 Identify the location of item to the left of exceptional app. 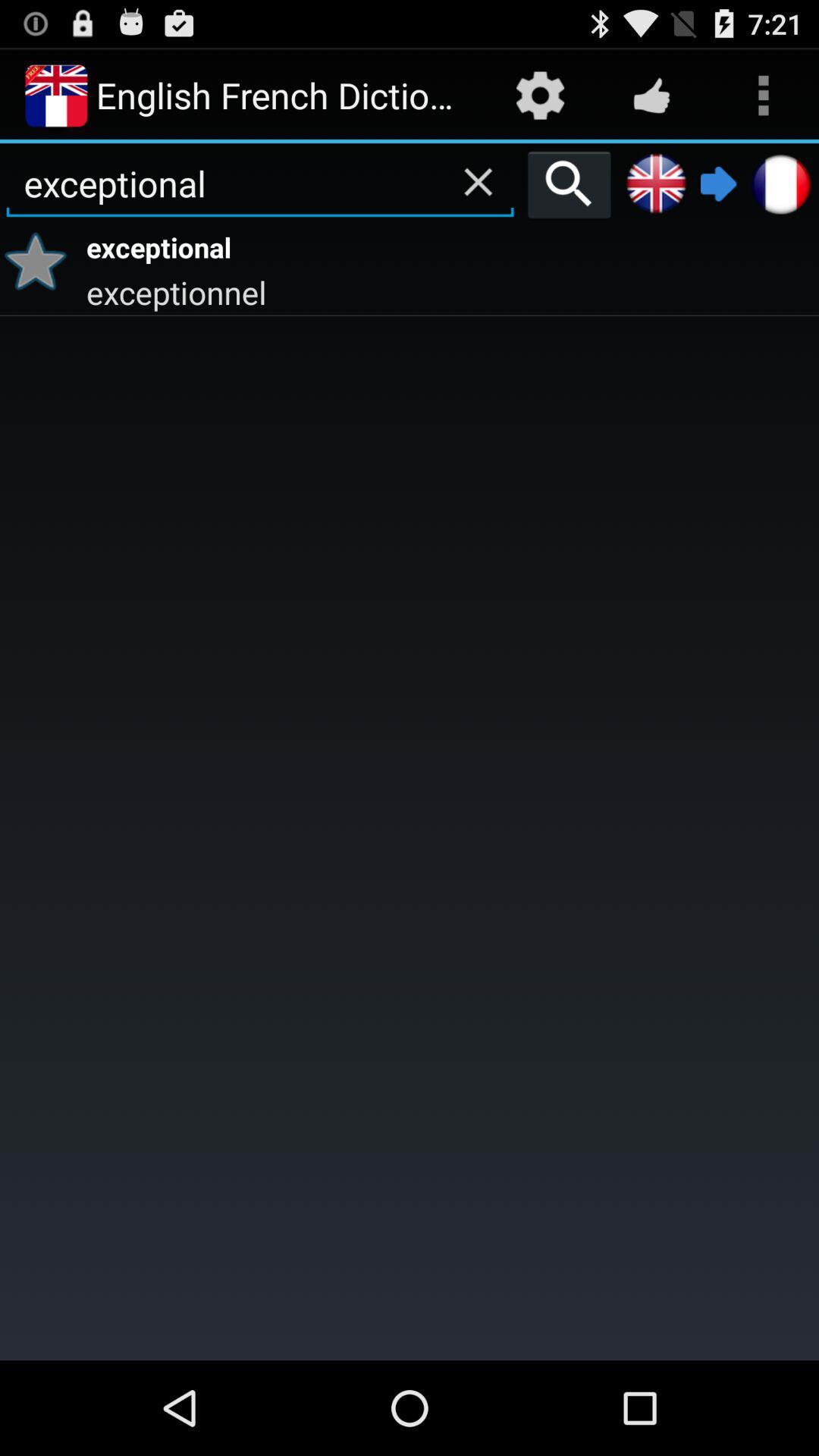
(40, 261).